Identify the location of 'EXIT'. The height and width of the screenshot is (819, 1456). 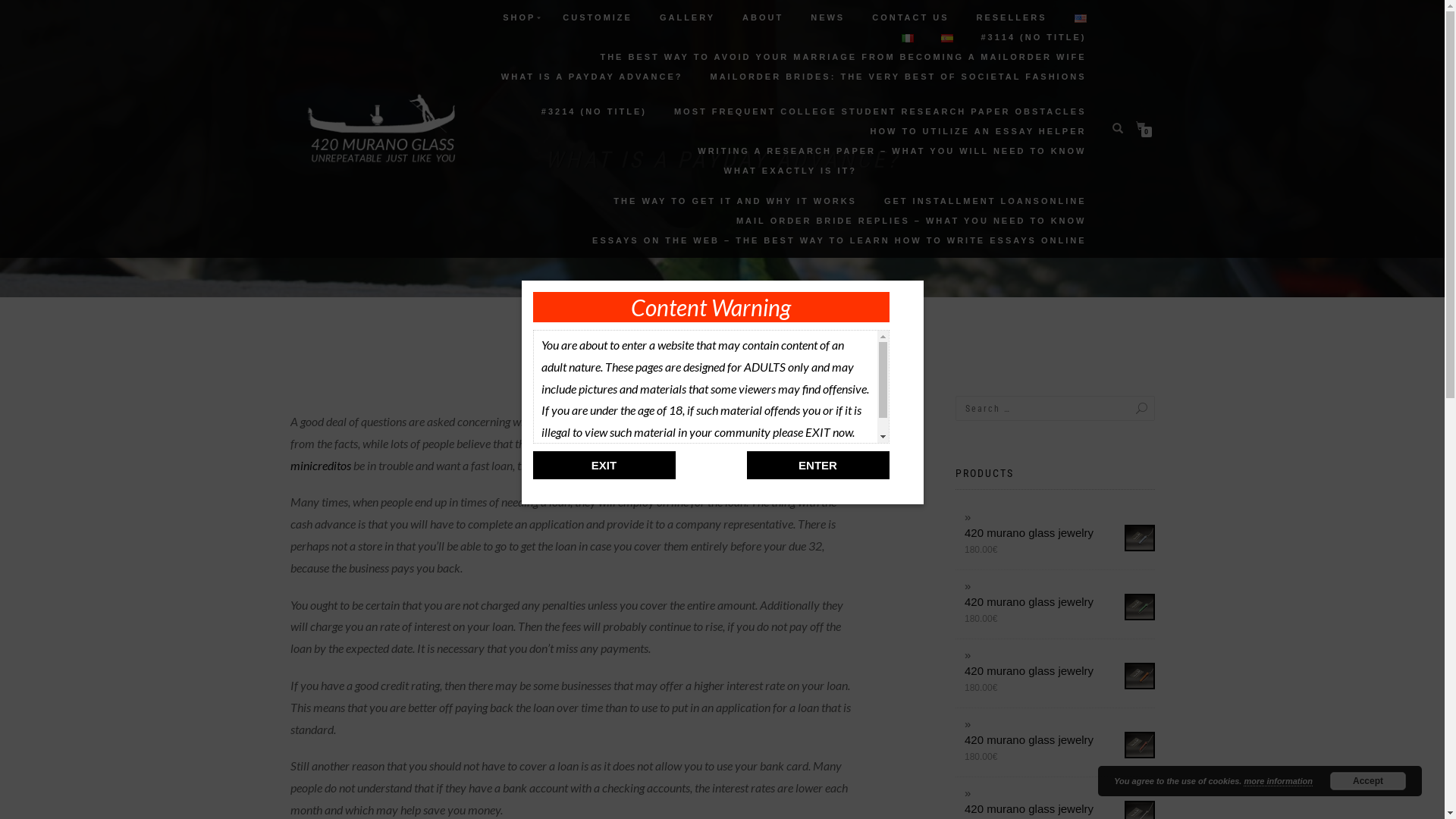
(603, 464).